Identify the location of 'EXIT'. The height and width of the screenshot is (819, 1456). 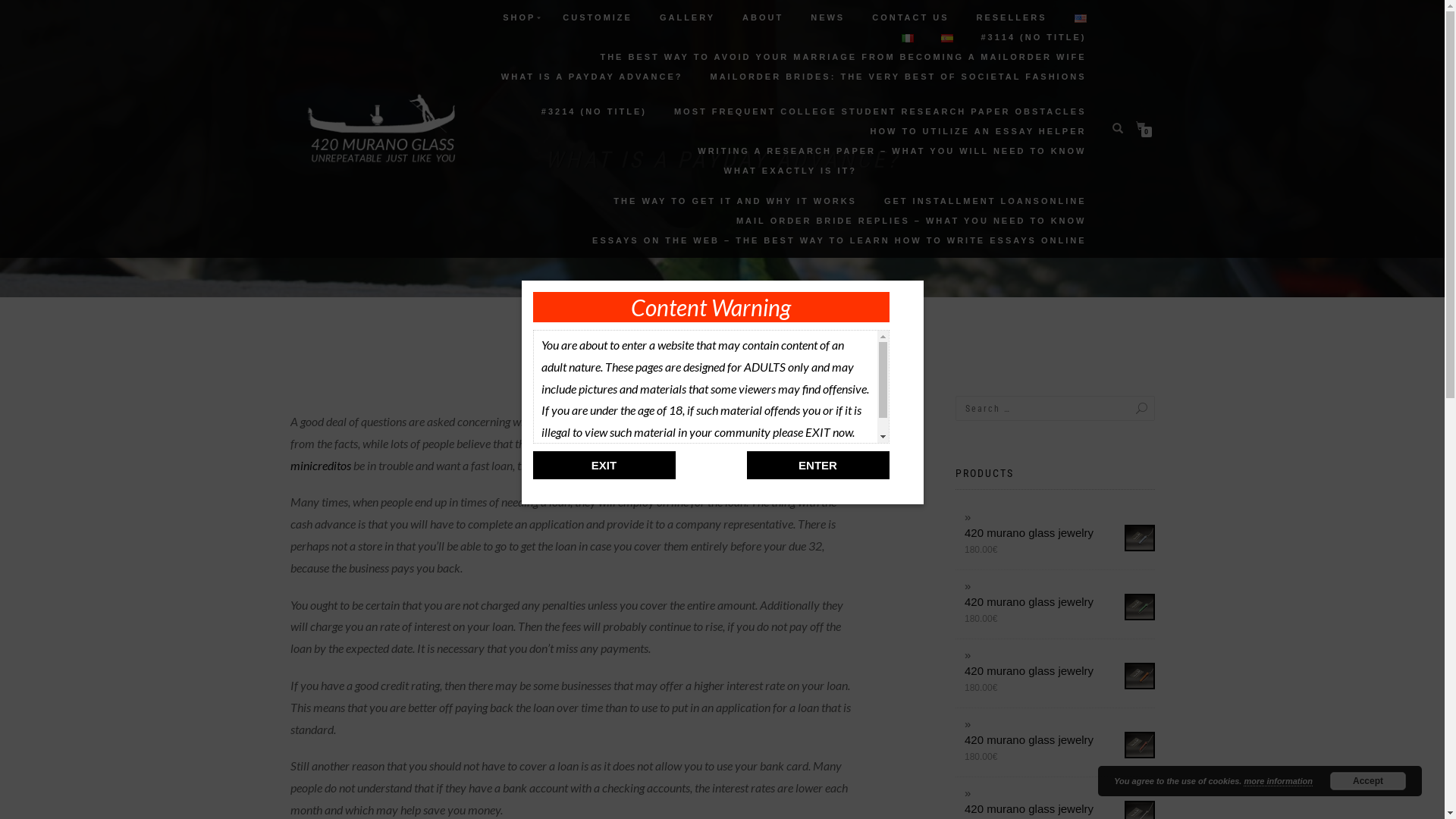
(603, 464).